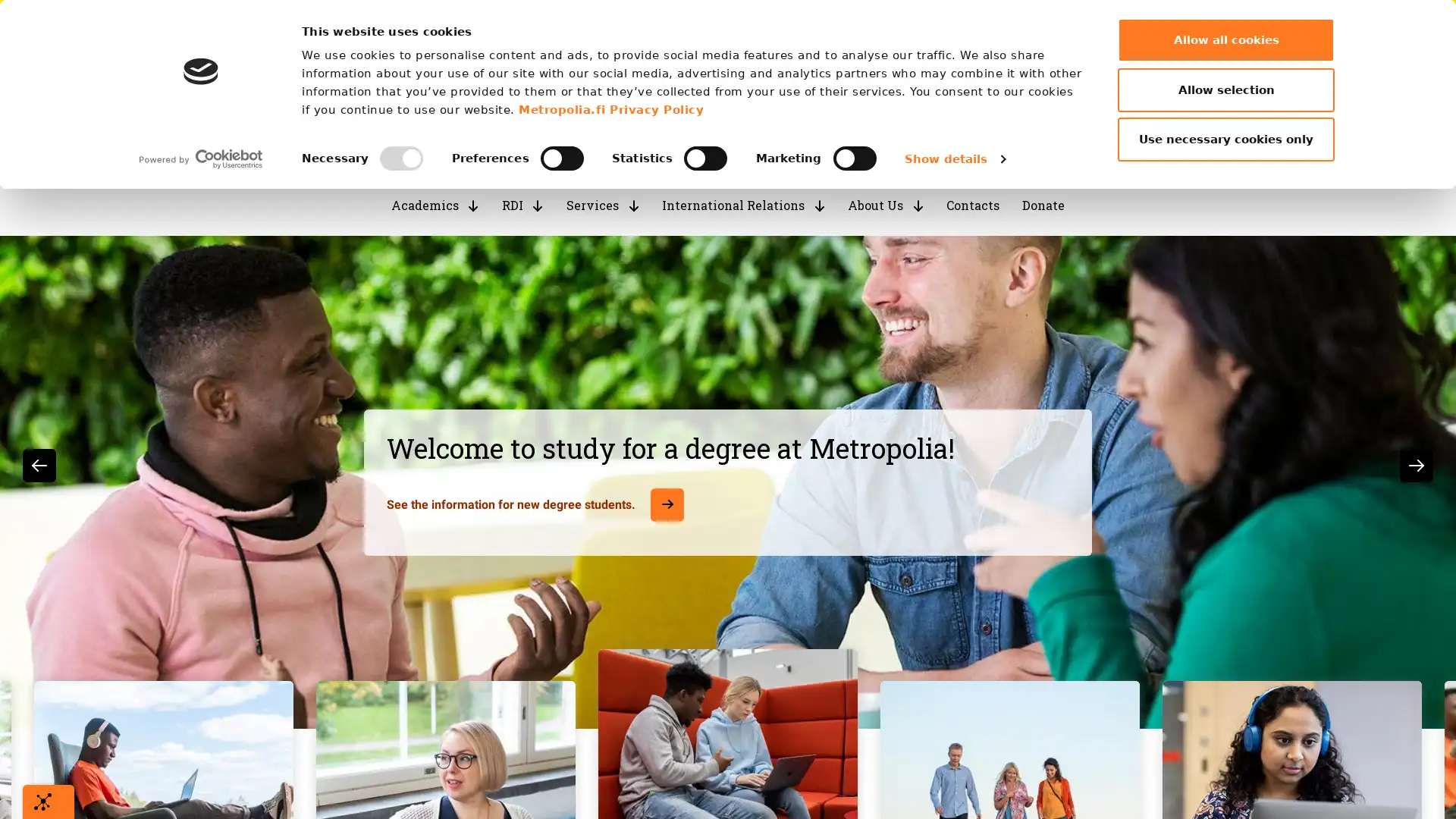  What do you see at coordinates (39, 464) in the screenshot?
I see `Previous` at bounding box center [39, 464].